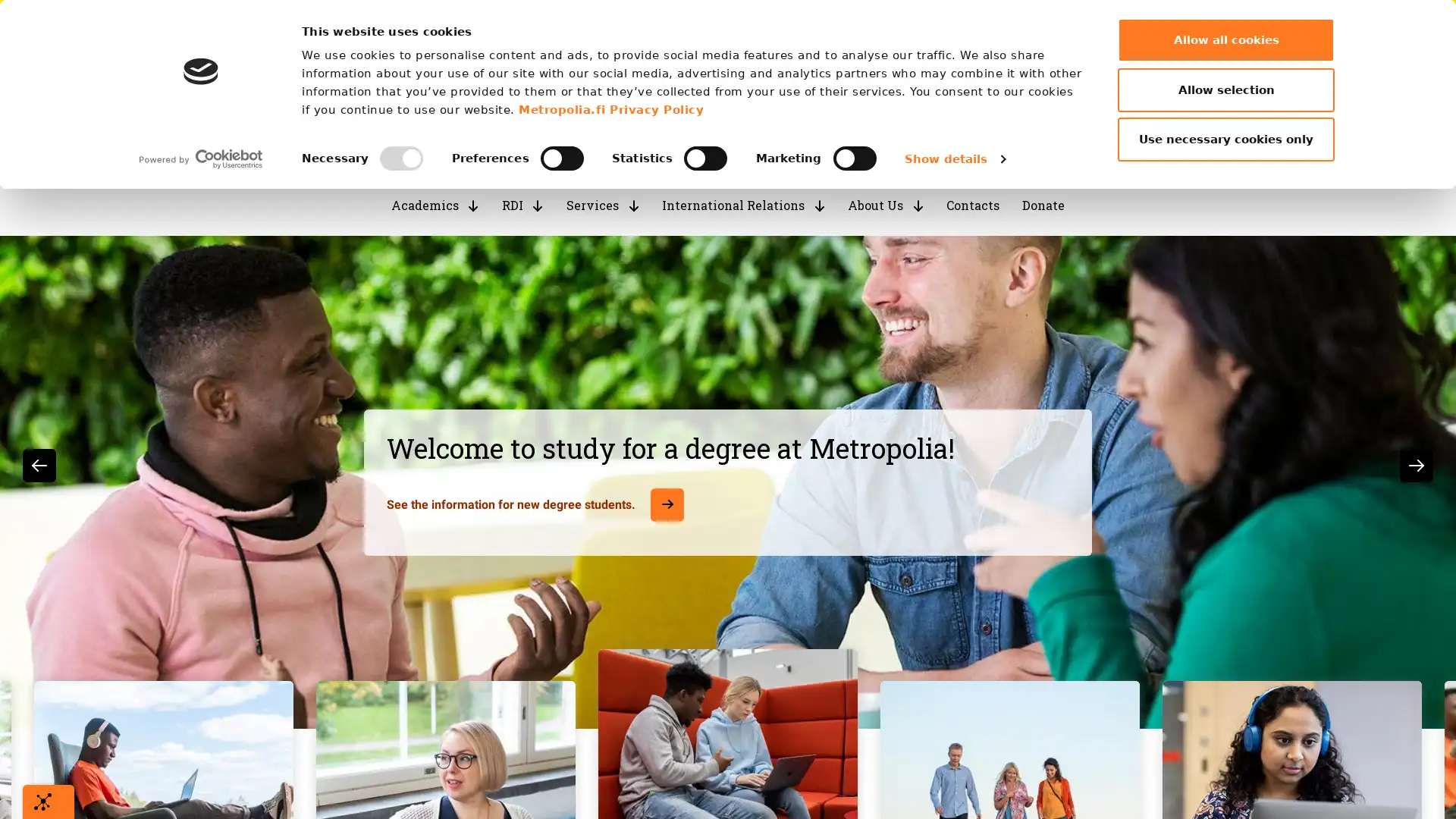  What do you see at coordinates (39, 464) in the screenshot?
I see `Previous` at bounding box center [39, 464].